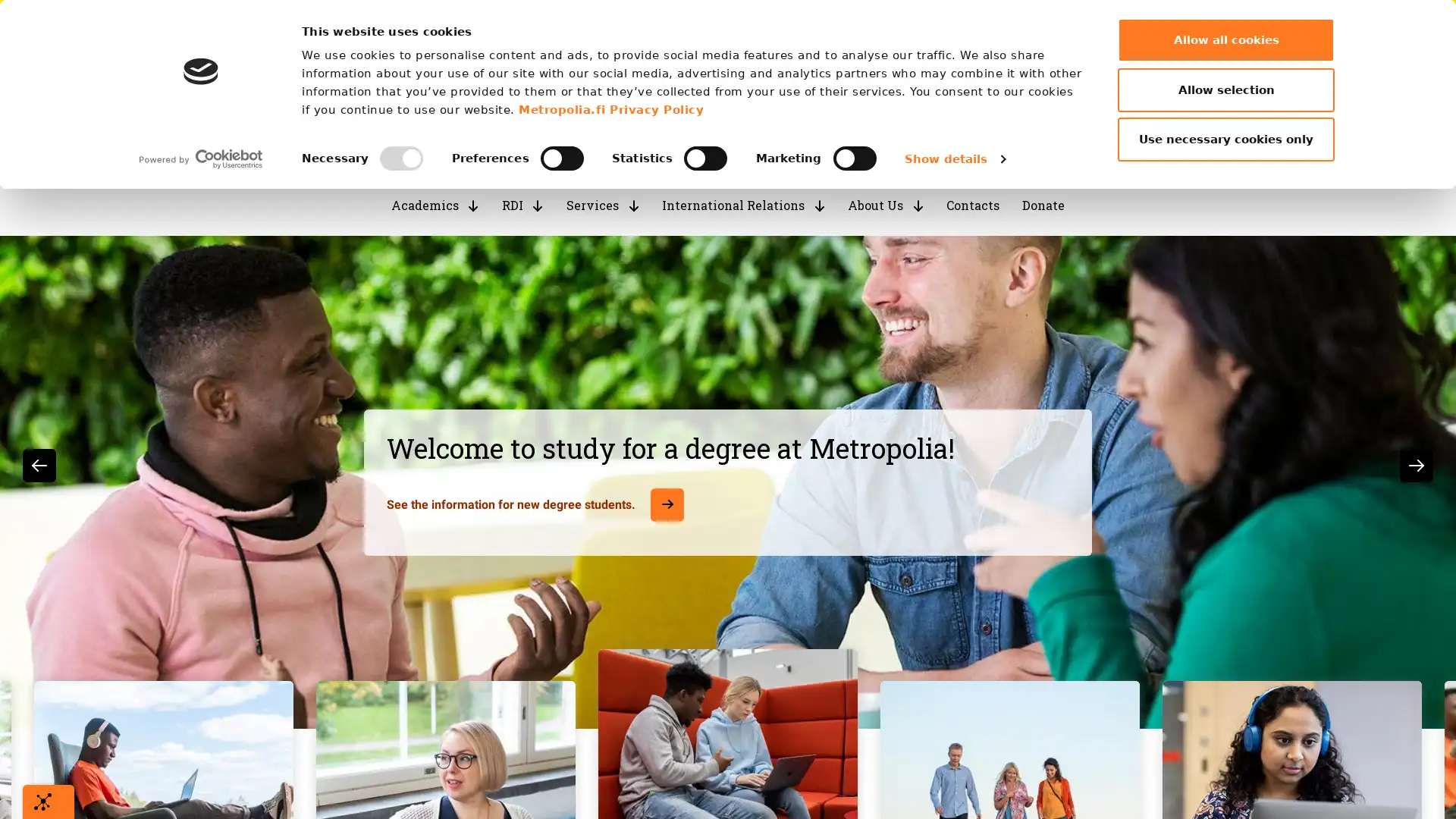  What do you see at coordinates (39, 464) in the screenshot?
I see `Previous` at bounding box center [39, 464].